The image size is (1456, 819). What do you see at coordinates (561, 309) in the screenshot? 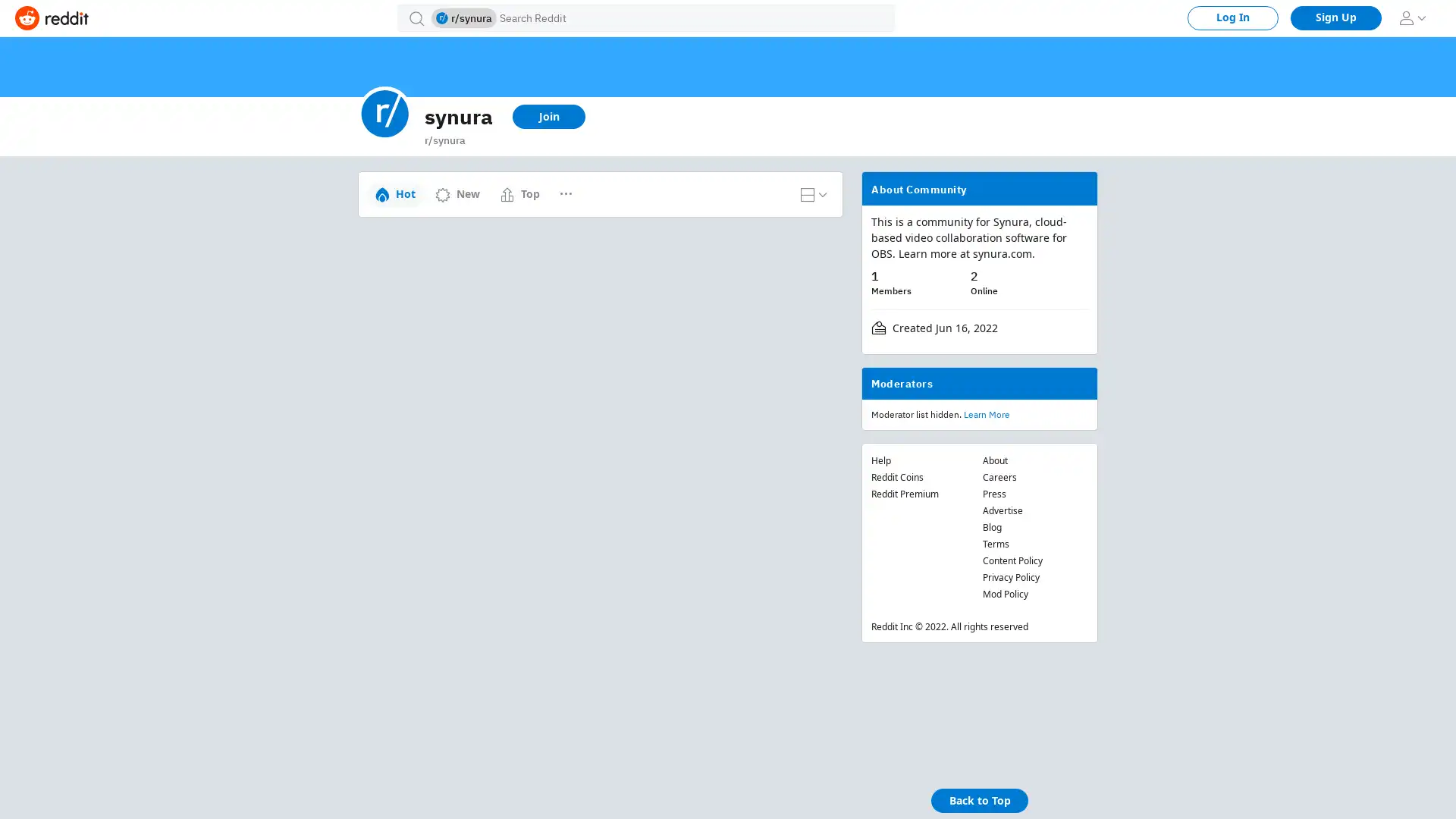
I see `Save` at bounding box center [561, 309].